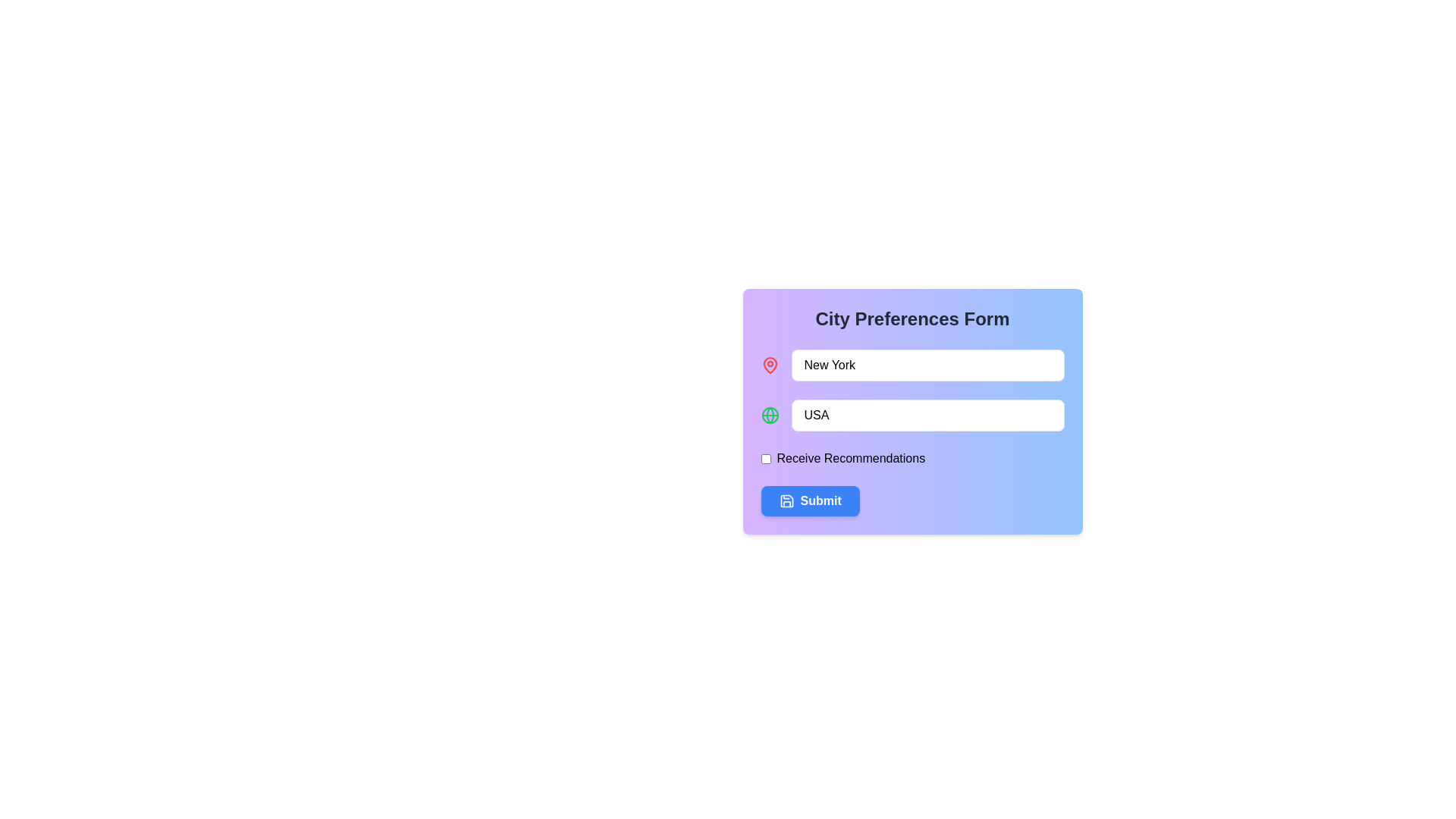 This screenshot has height=819, width=1456. What do you see at coordinates (912, 366) in the screenshot?
I see `the text field that contains the placeholder 'City' and currently holds the value 'New York', which is` at bounding box center [912, 366].